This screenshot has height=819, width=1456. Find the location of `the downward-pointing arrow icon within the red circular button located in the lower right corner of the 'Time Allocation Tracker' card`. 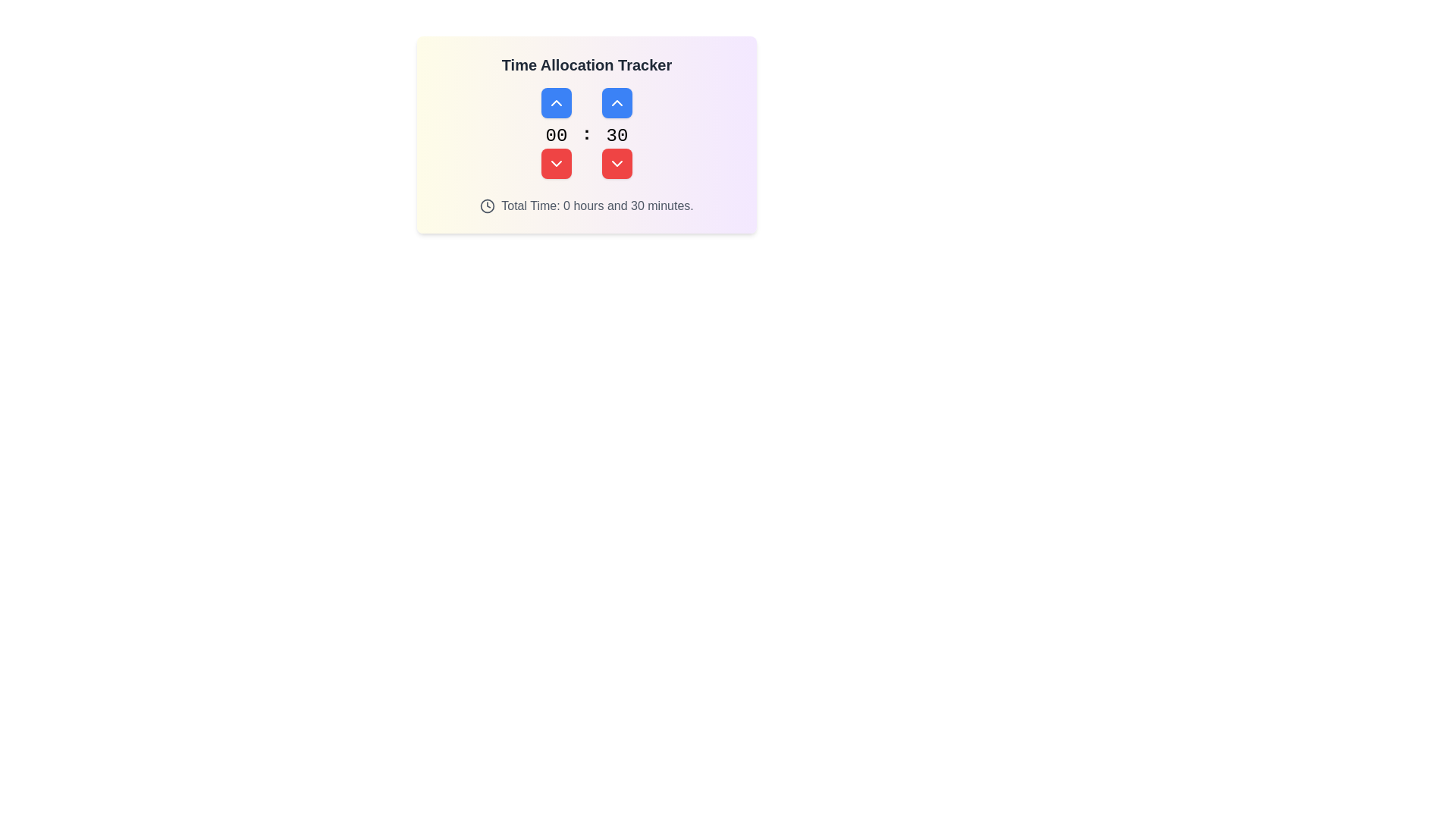

the downward-pointing arrow icon within the red circular button located in the lower right corner of the 'Time Allocation Tracker' card is located at coordinates (617, 164).